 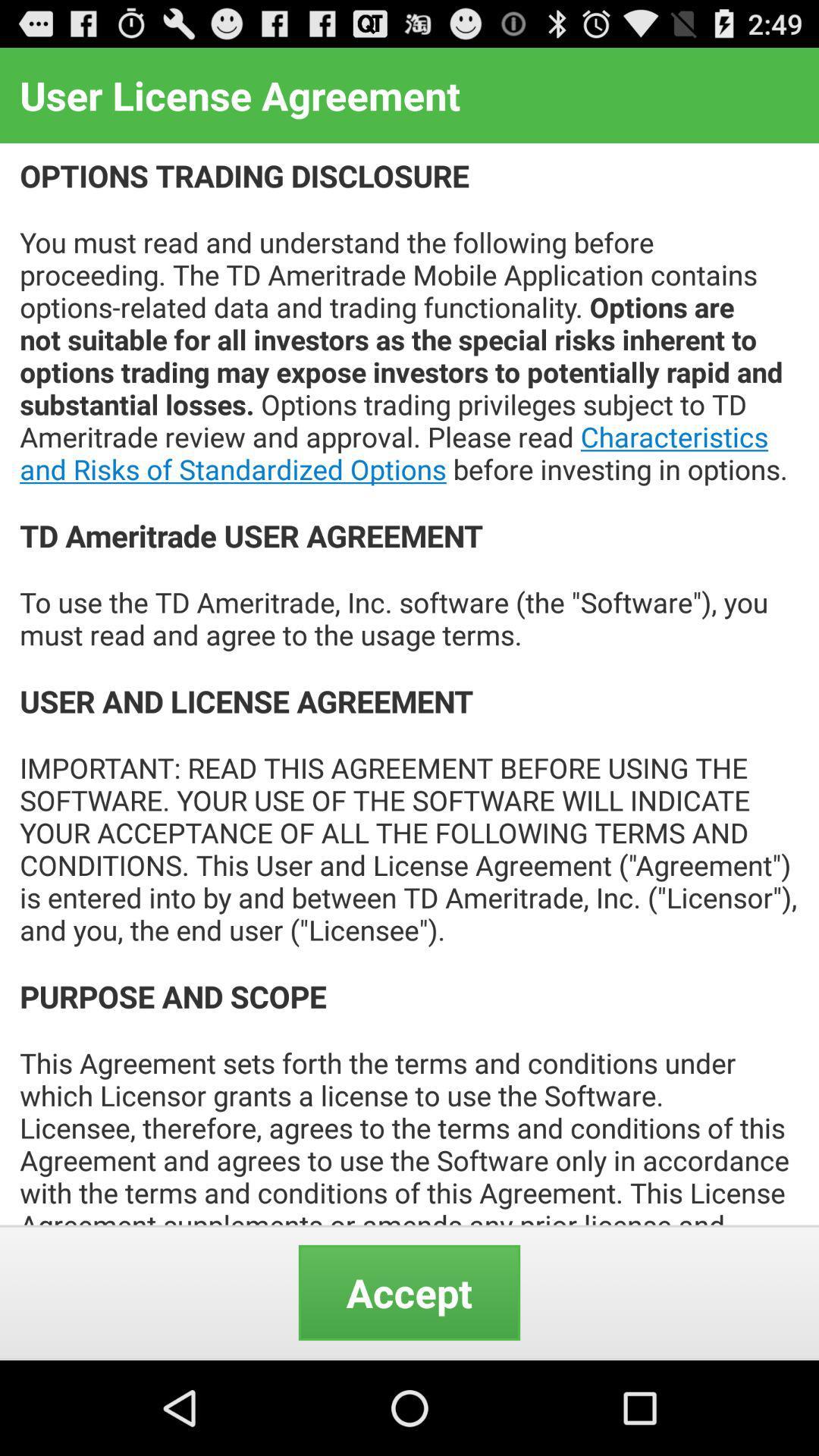 What do you see at coordinates (409, 683) in the screenshot?
I see `the item at the center` at bounding box center [409, 683].